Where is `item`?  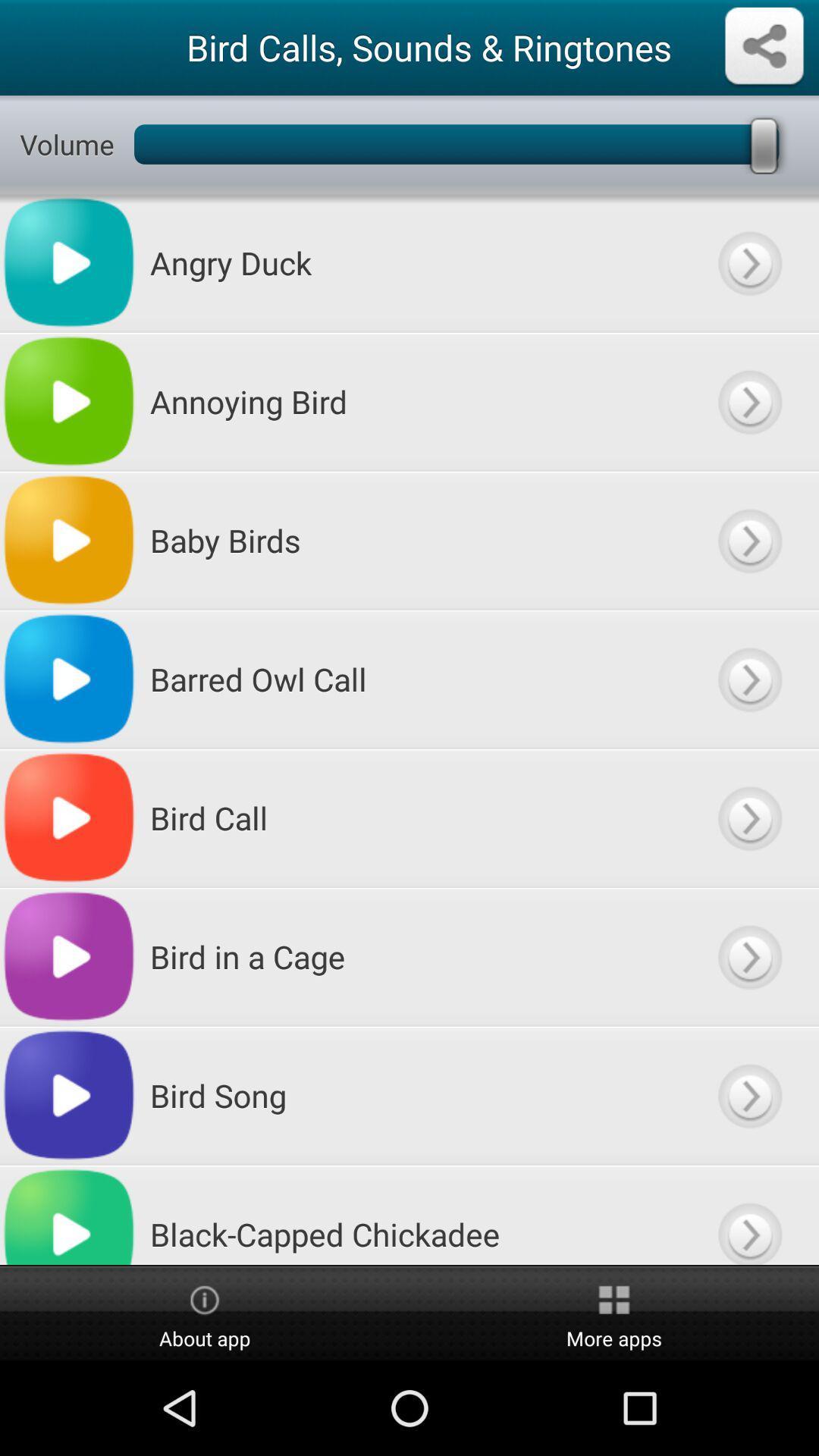
item is located at coordinates (748, 540).